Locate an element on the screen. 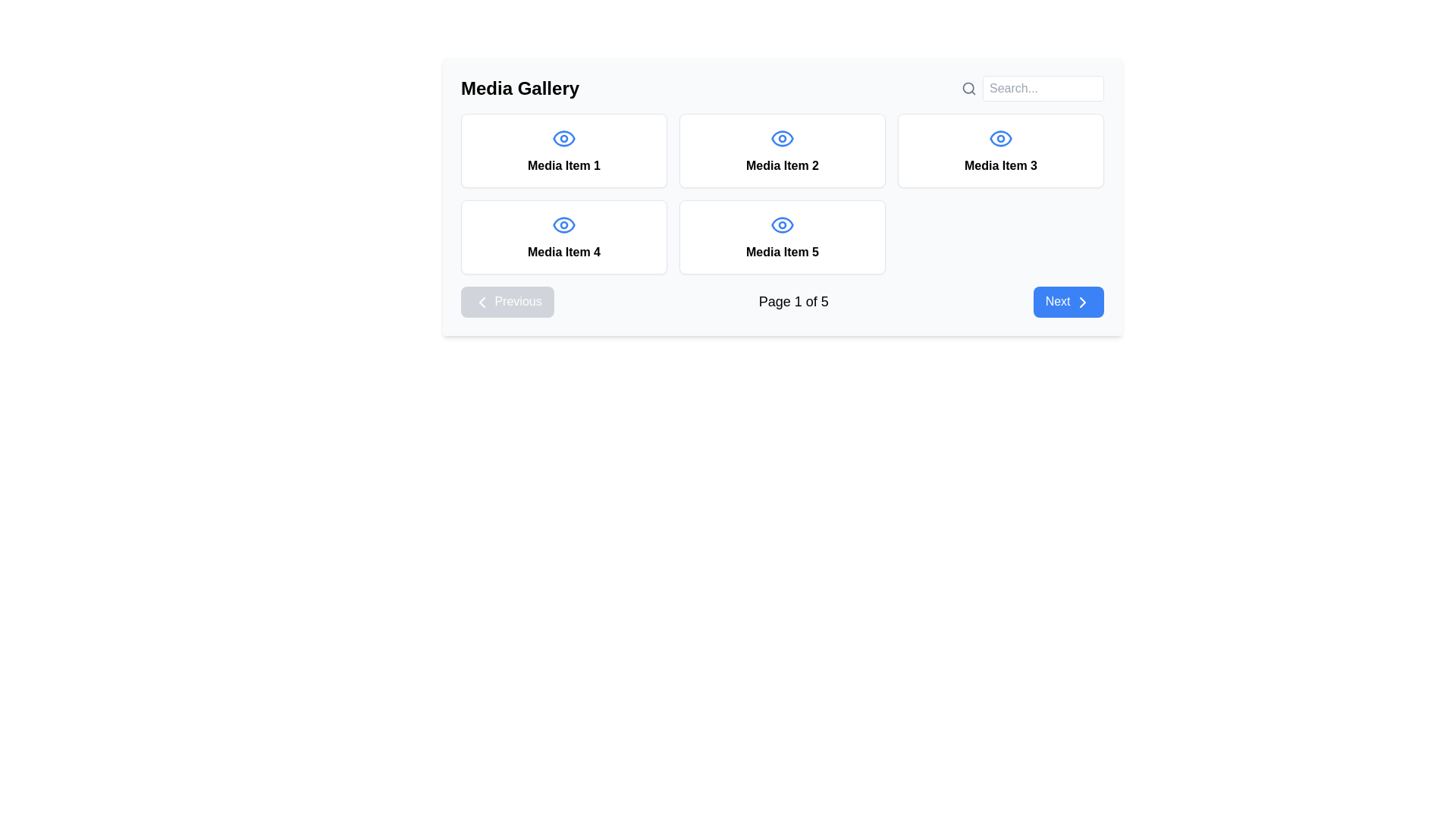  the static text label displaying 'Media Item 1' which is located in the top-left corner of a white bordered card with rounded corners is located at coordinates (563, 166).